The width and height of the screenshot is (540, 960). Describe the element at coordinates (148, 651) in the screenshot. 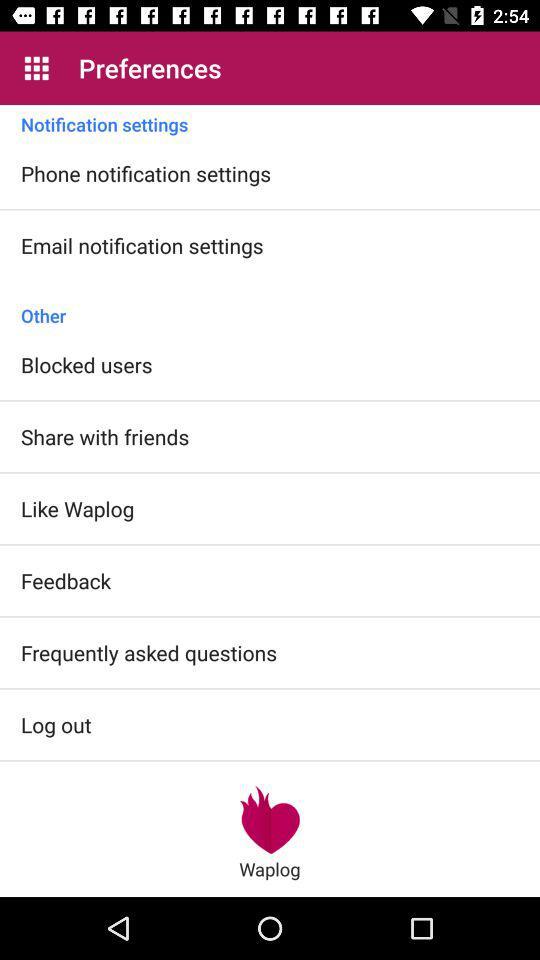

I see `icon below the feedback icon` at that location.